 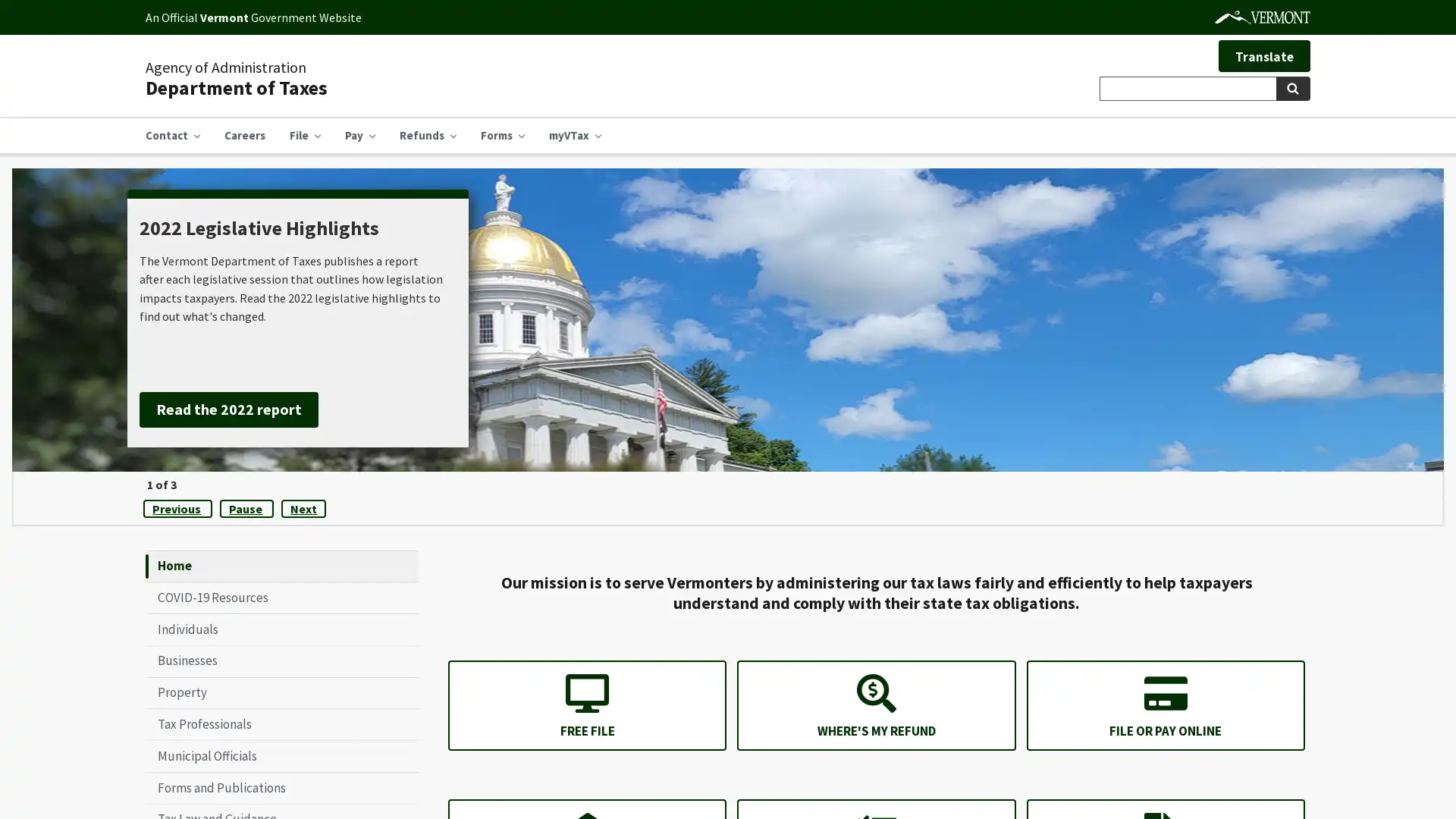 What do you see at coordinates (172, 133) in the screenshot?
I see `Contact` at bounding box center [172, 133].